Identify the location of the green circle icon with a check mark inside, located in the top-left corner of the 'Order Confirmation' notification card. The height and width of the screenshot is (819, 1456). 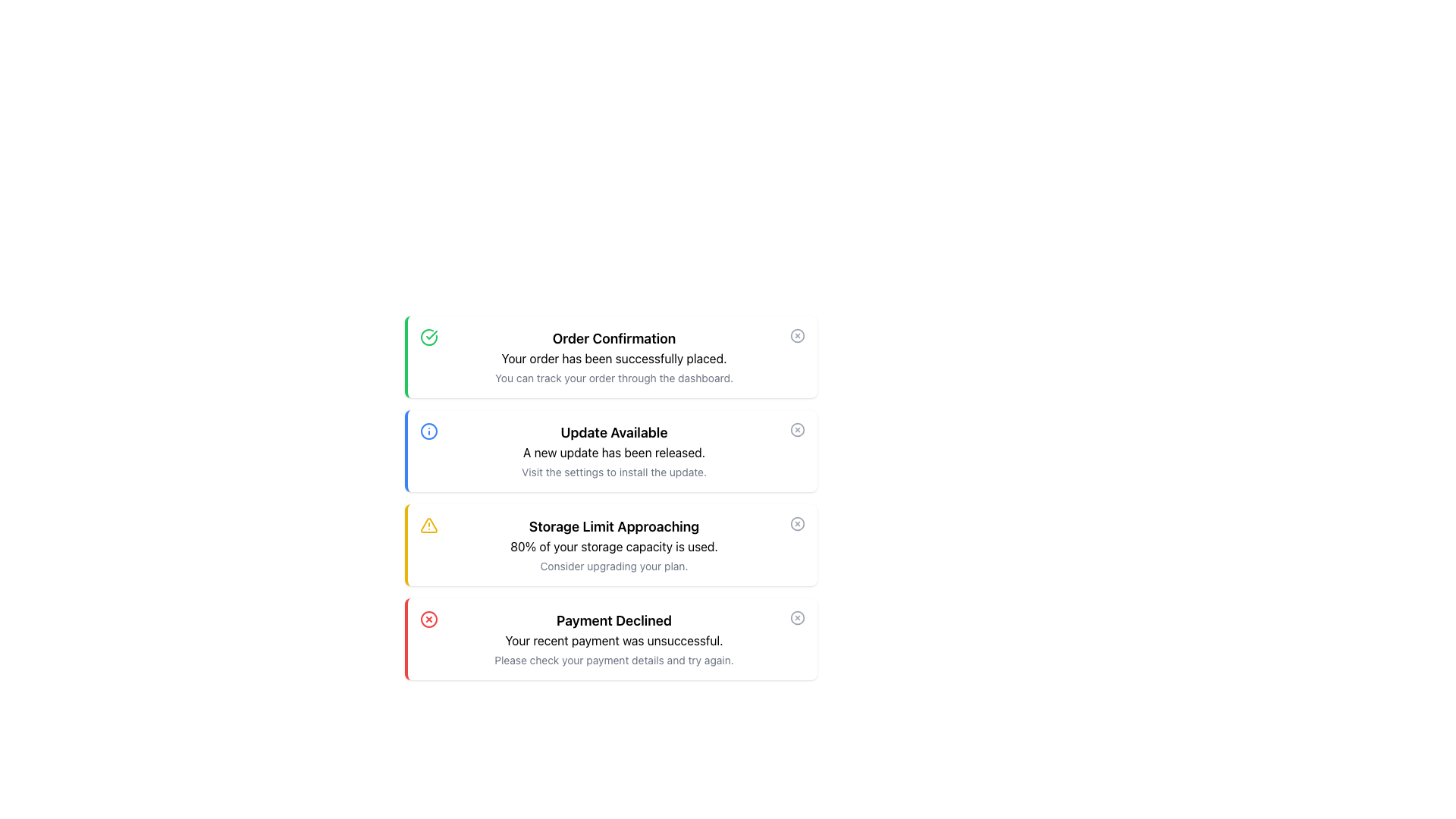
(428, 336).